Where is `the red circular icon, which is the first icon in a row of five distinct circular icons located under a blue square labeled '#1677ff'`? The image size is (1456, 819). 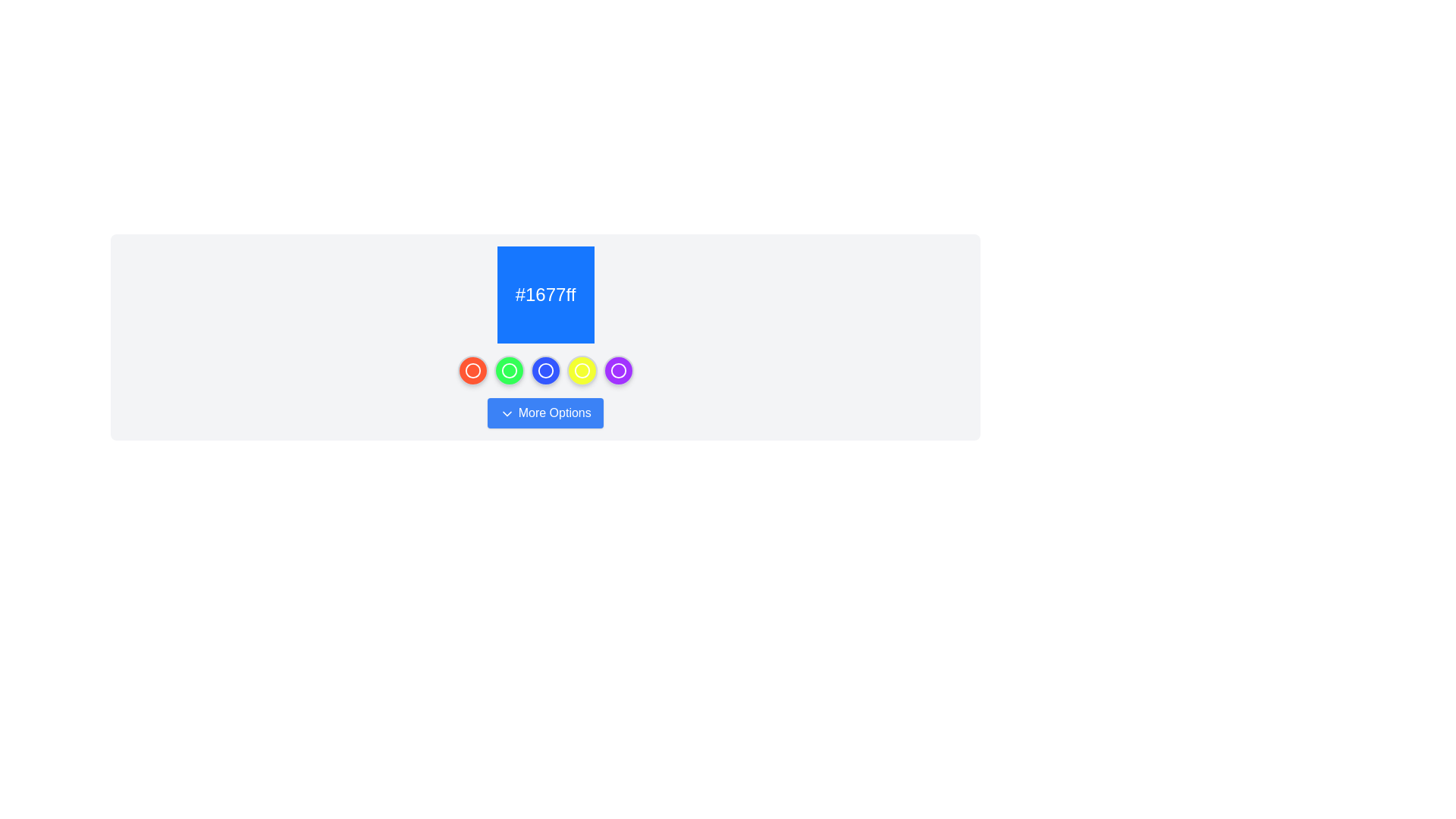
the red circular icon, which is the first icon in a row of five distinct circular icons located under a blue square labeled '#1677ff' is located at coordinates (472, 371).